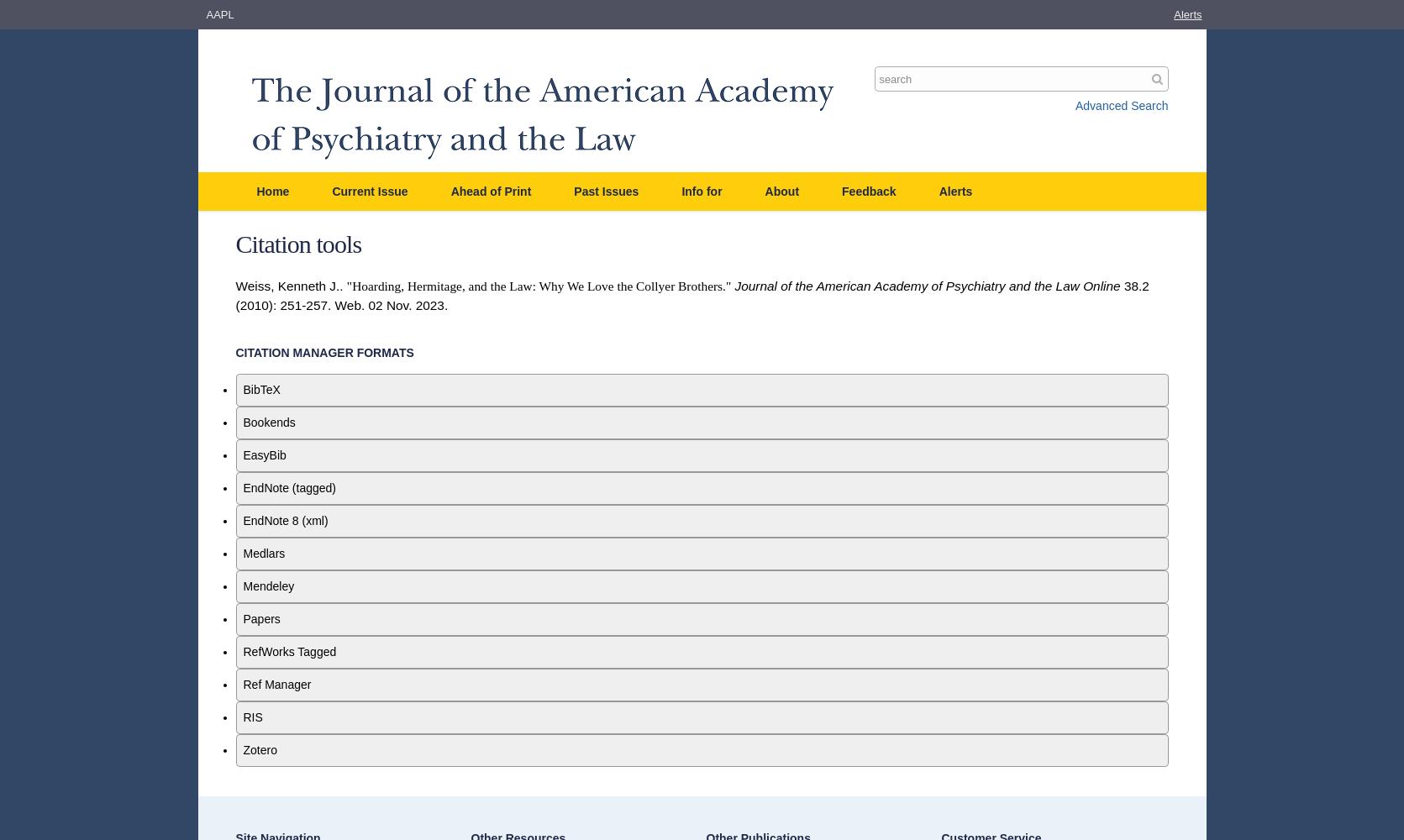  I want to click on 'BibTeX', so click(260, 389).